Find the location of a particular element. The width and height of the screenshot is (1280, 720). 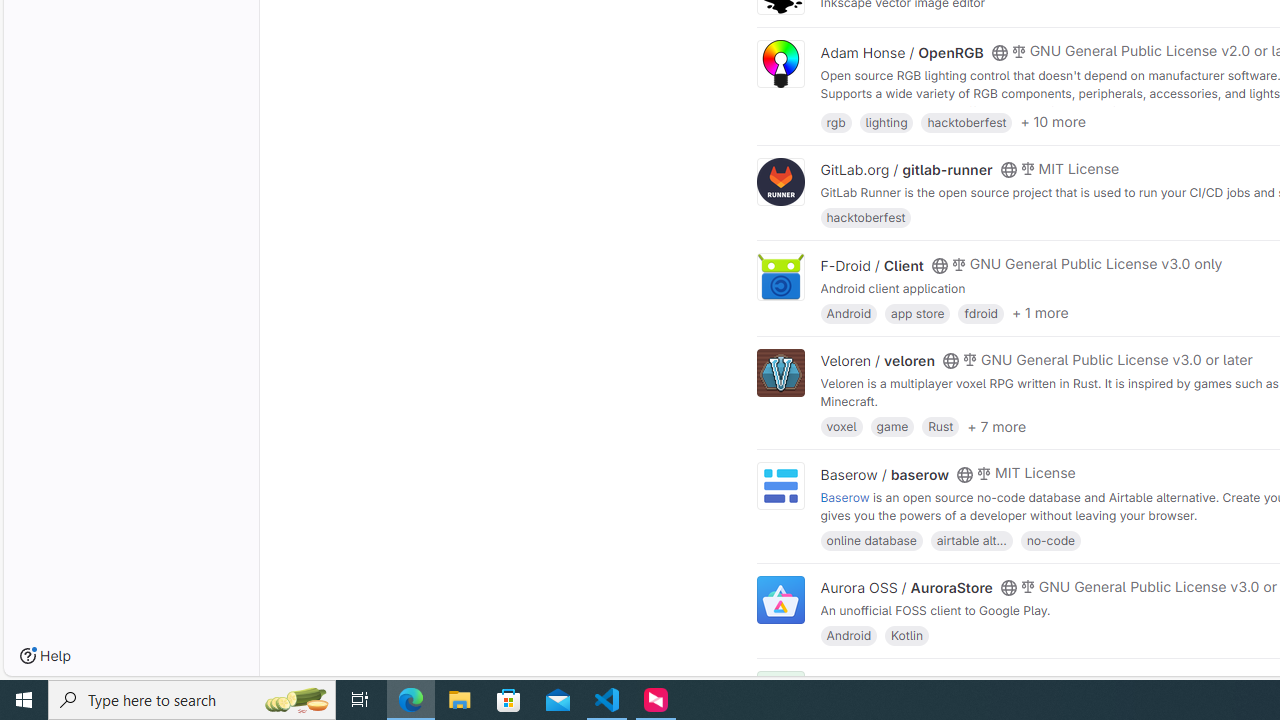

'F-Droid / Client' is located at coordinates (872, 264).